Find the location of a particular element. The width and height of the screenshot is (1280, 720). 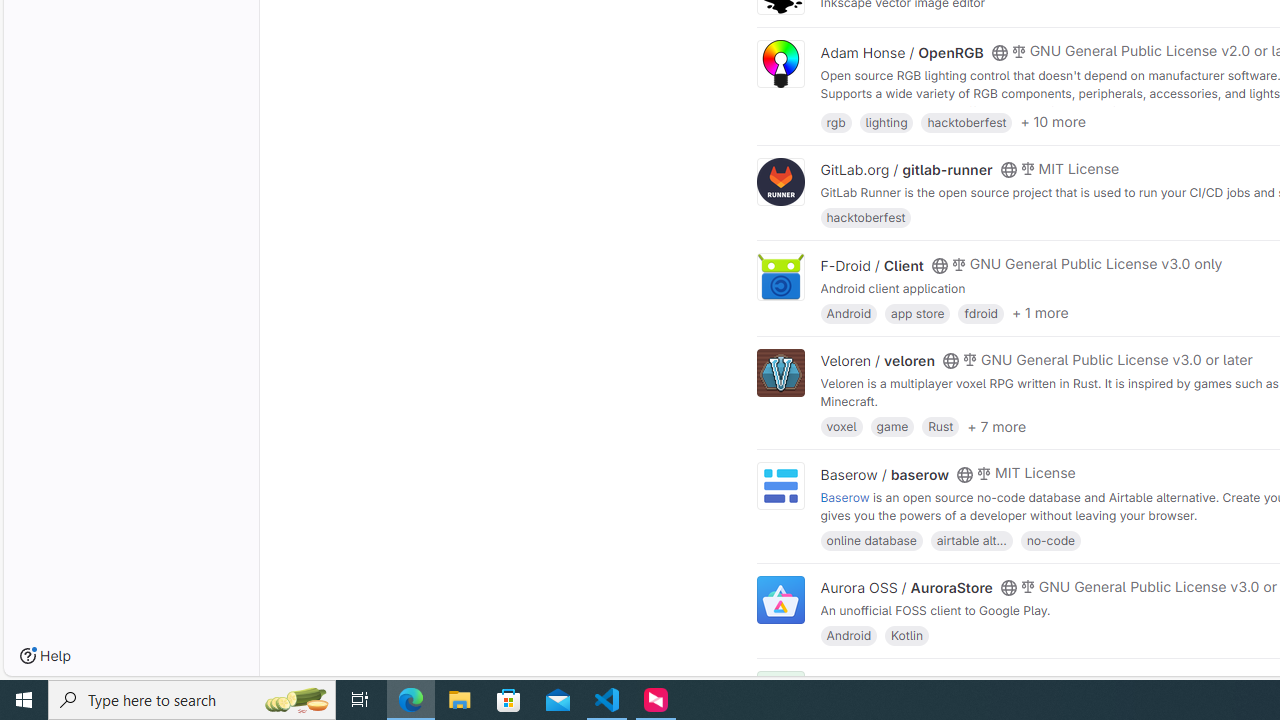

'F-Droid / Client' is located at coordinates (872, 264).